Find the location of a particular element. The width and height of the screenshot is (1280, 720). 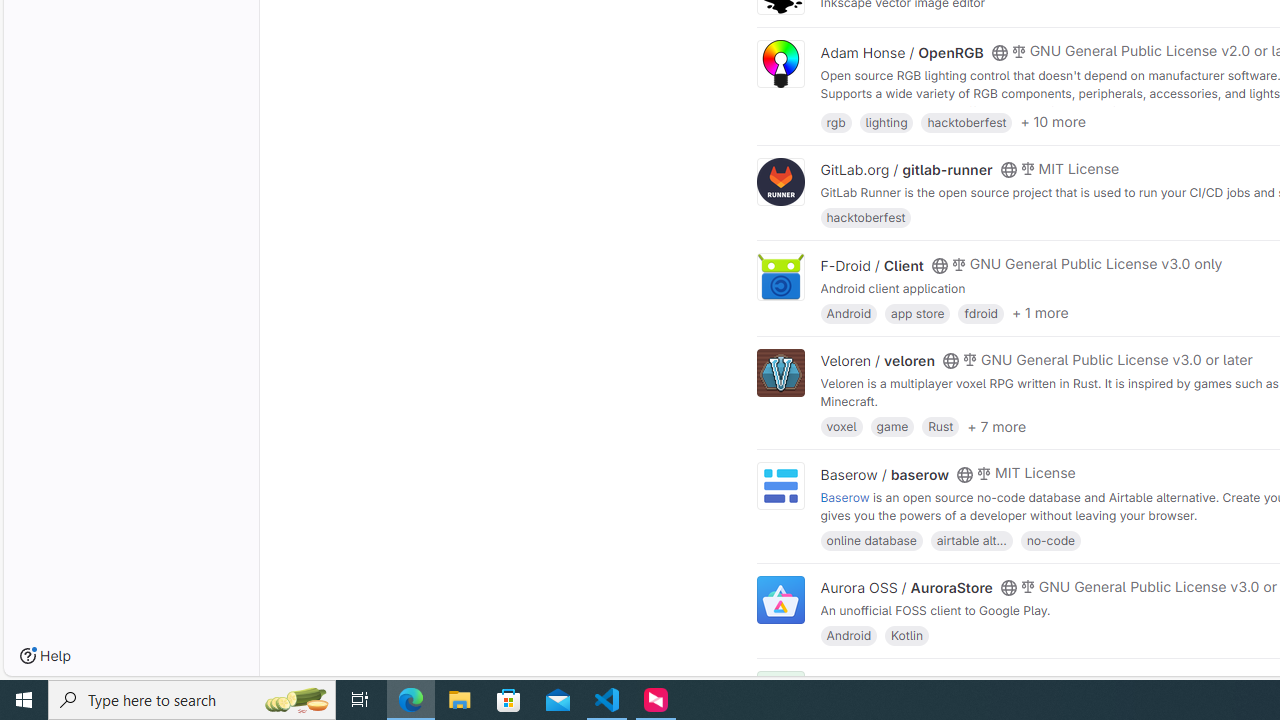

'F-Droid / Client' is located at coordinates (872, 264).